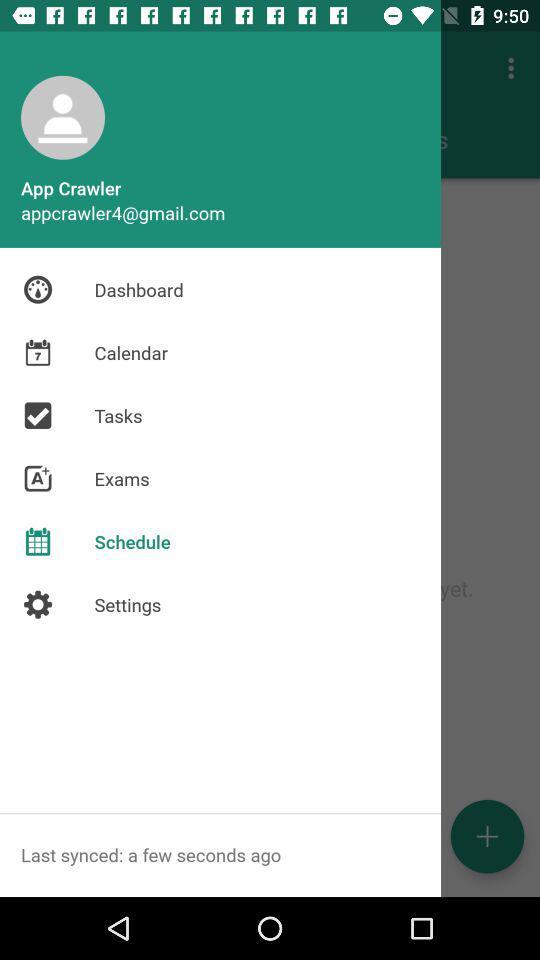 Image resolution: width=540 pixels, height=960 pixels. Describe the element at coordinates (63, 117) in the screenshot. I see `the icon app crawler` at that location.